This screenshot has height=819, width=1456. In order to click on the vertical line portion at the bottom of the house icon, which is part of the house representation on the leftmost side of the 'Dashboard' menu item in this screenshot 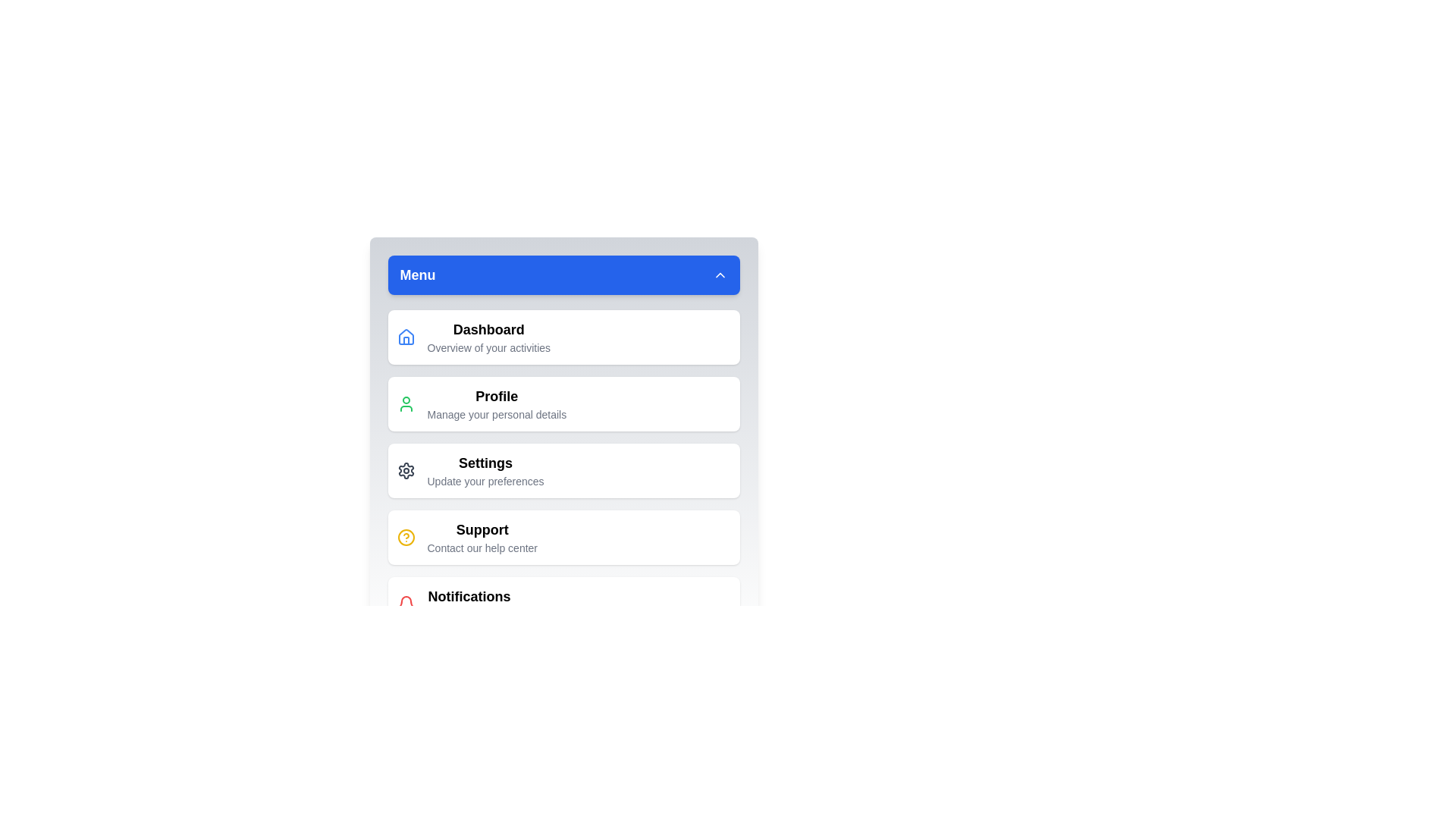, I will do `click(406, 340)`.